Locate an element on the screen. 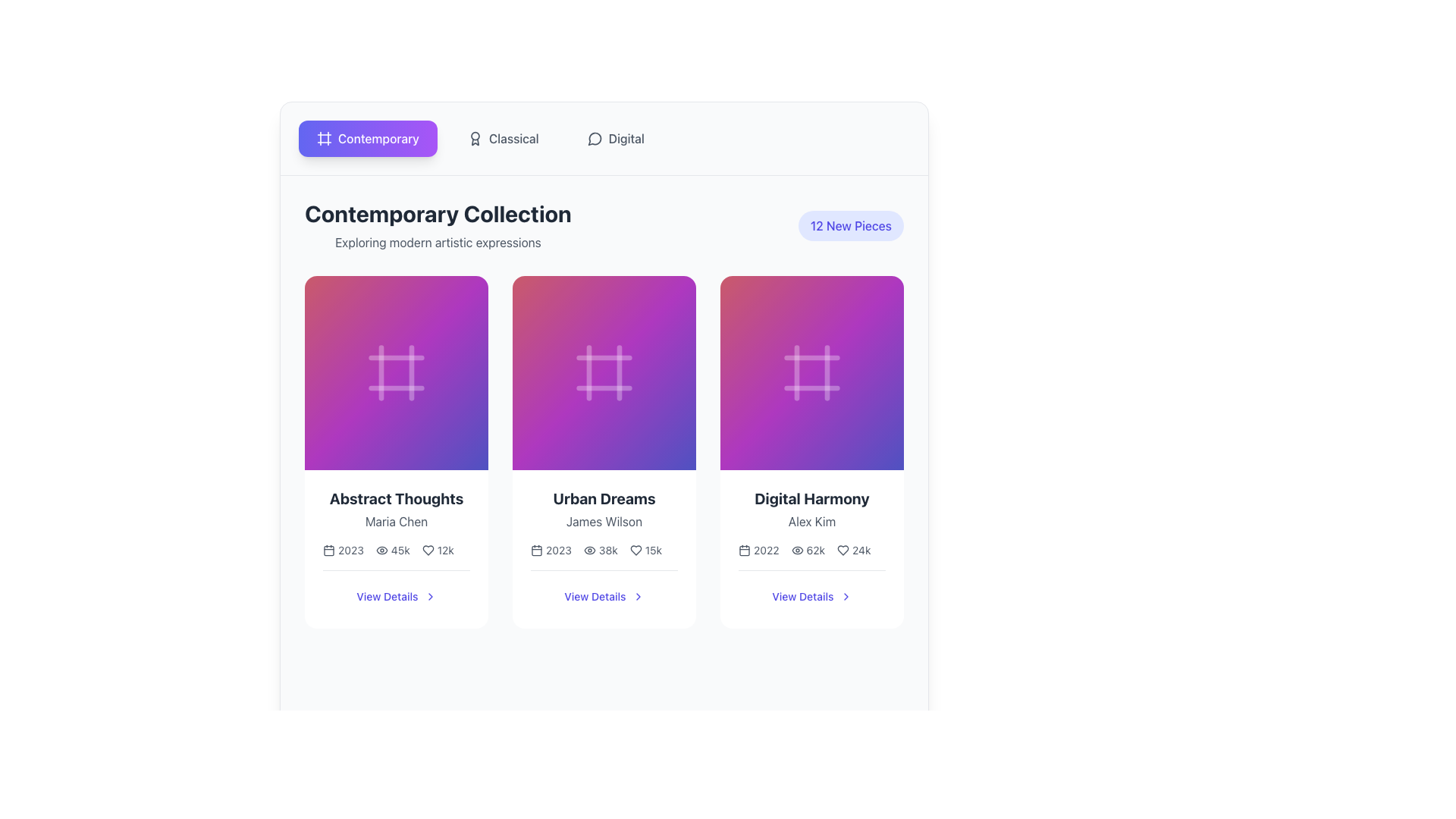  the static text block located in the first card of the gallery, which serves as a label or title for the card is located at coordinates (397, 509).